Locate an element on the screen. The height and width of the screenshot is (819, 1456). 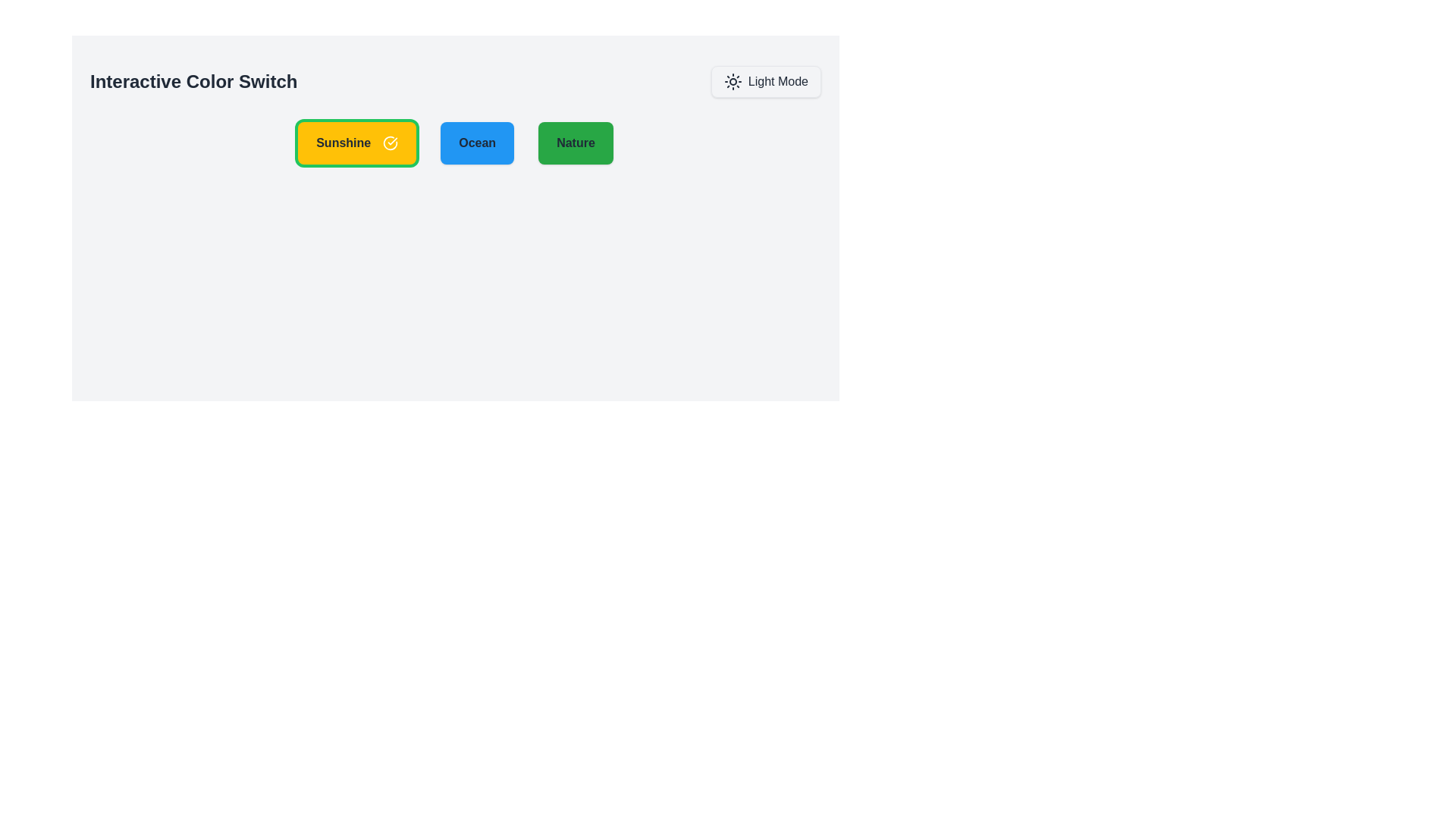
the selection button labeled 'Sunshine' is located at coordinates (356, 143).